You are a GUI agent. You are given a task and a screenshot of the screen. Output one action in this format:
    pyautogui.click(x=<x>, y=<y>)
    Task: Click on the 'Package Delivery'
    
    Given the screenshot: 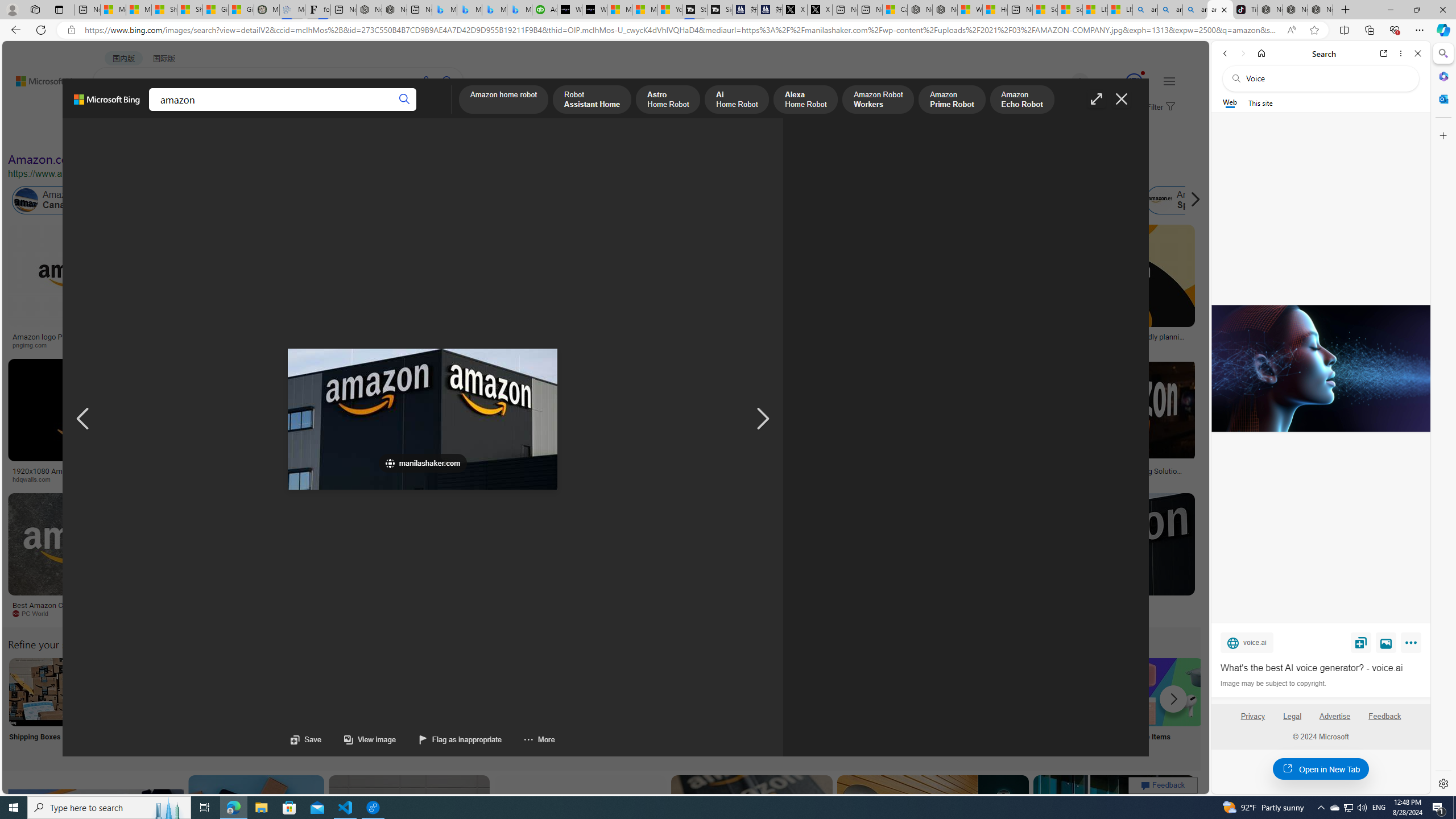 What is the action you would take?
    pyautogui.click(x=418, y=706)
    